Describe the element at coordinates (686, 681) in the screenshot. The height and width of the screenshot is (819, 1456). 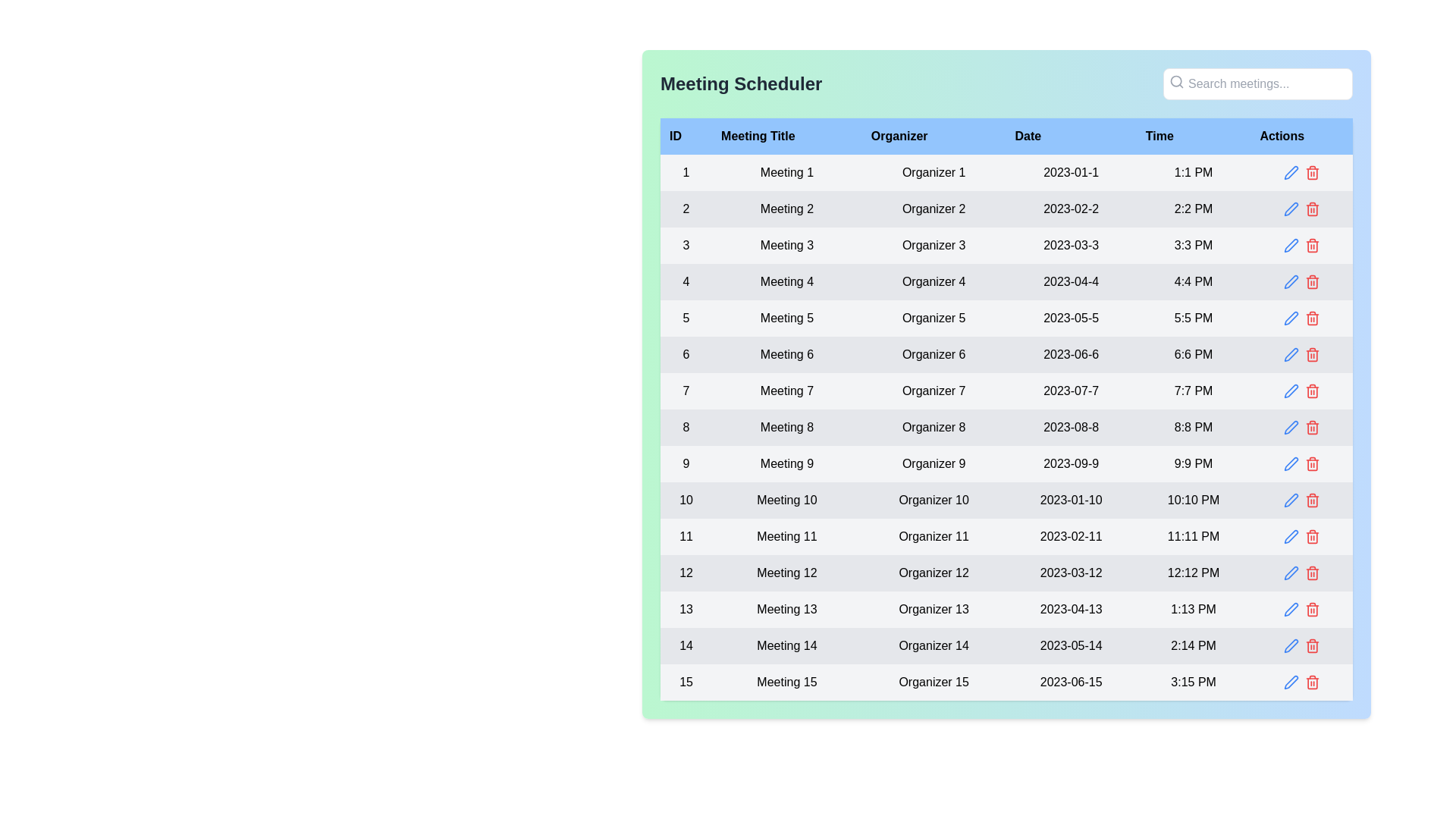
I see `the Text label displaying the ID number '15' located at the bottom-left corner of the table in the ID column of the 15th row` at that location.